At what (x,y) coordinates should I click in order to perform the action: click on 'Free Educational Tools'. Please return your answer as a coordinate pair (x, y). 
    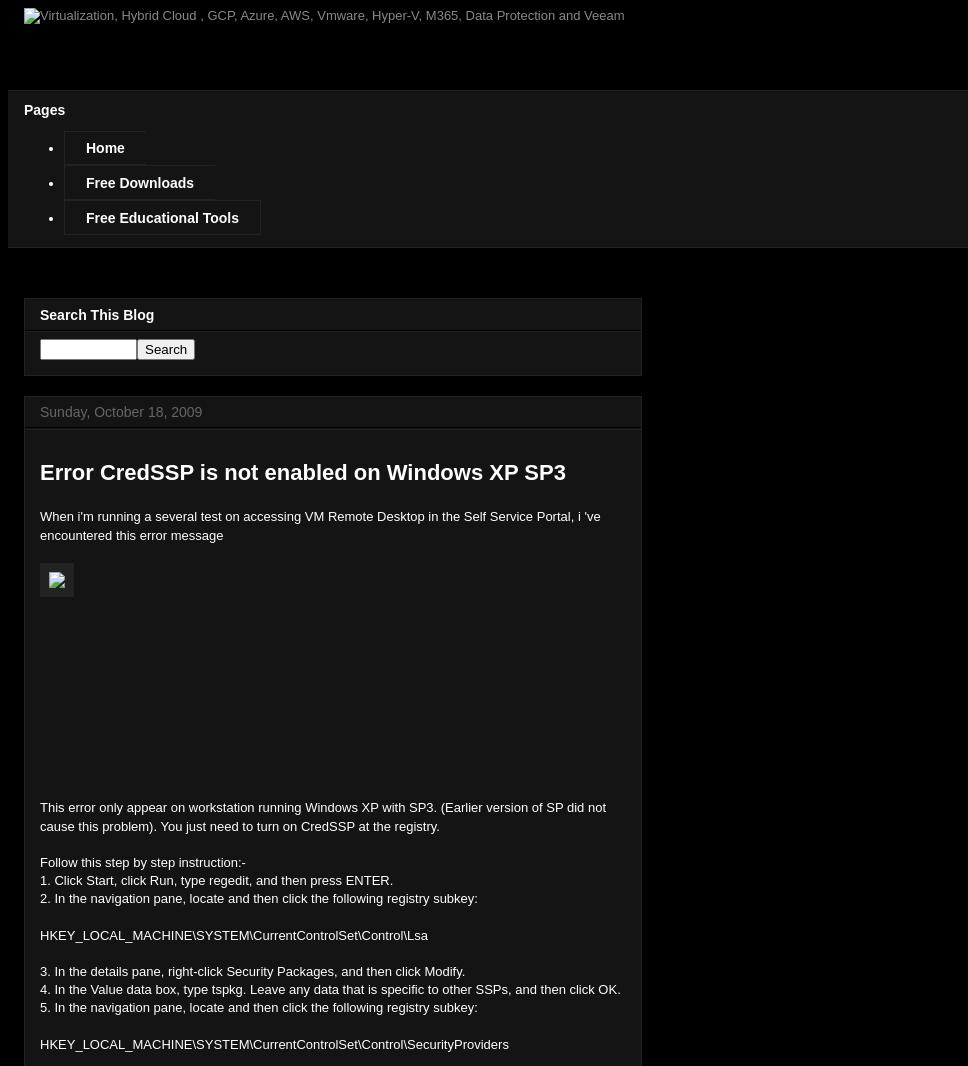
    Looking at the image, I should click on (162, 216).